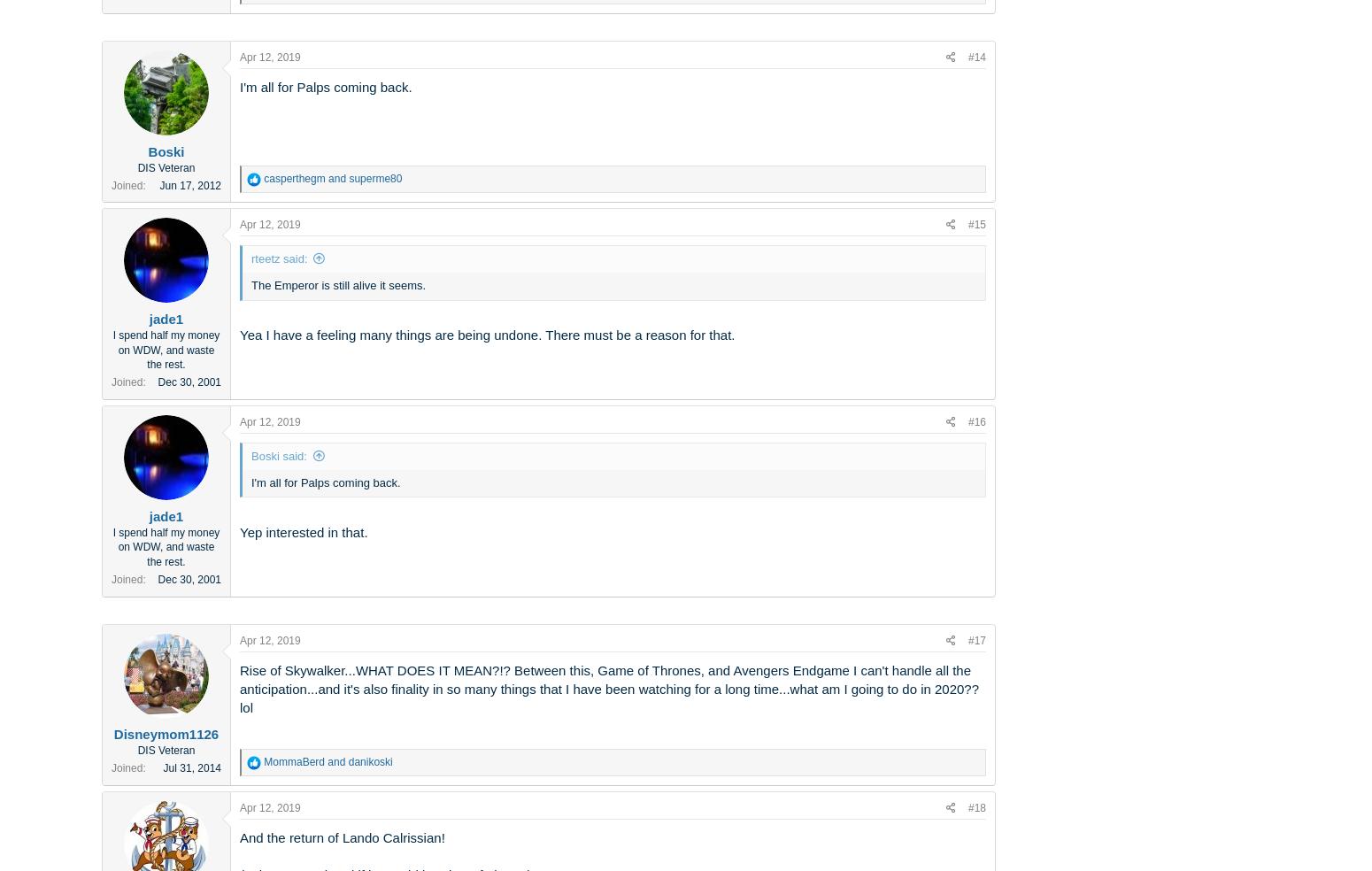 Image resolution: width=1372 pixels, height=871 pixels. Describe the element at coordinates (487, 335) in the screenshot. I see `'Yea I have a feeling many things are being undone. There must be a reason for that.'` at that location.